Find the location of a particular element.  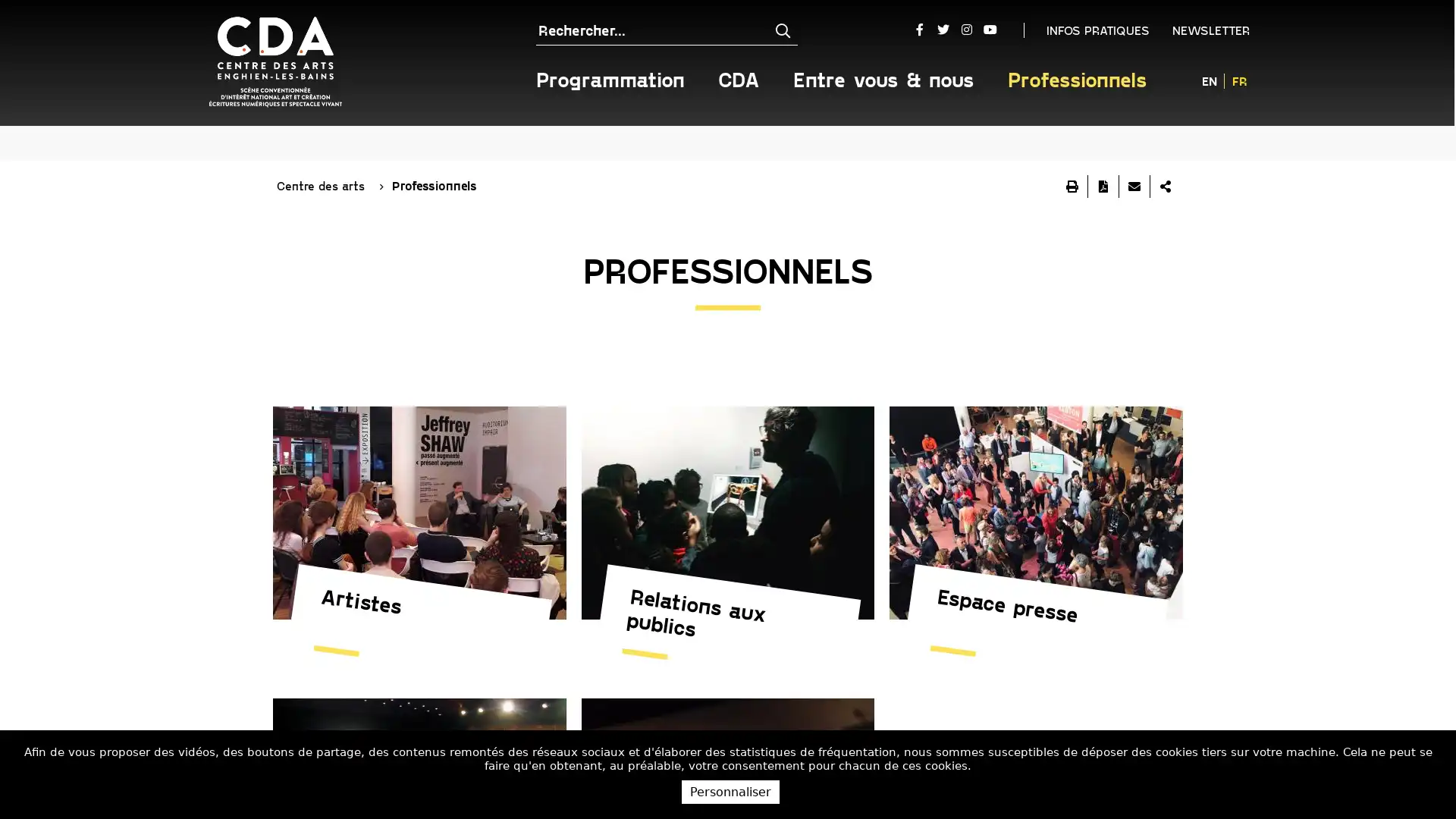

Rechercher sur tout le site is located at coordinates (767, 30).